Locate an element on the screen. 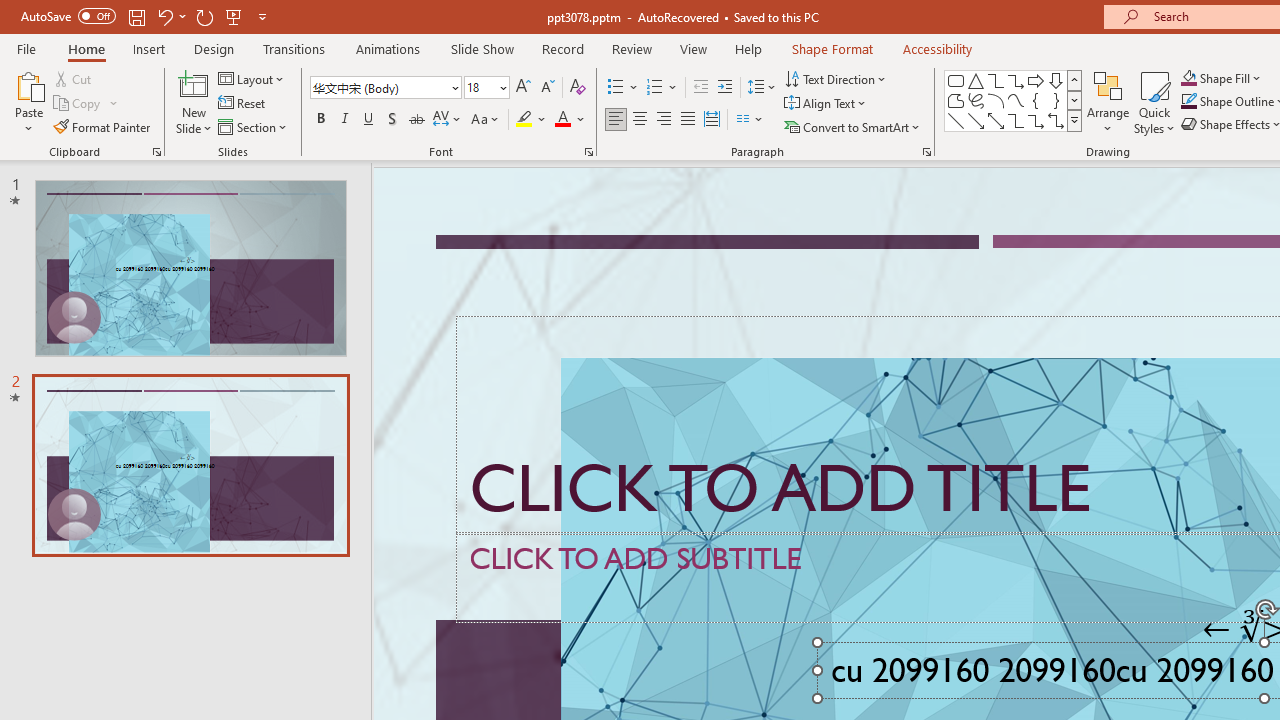 This screenshot has height=720, width=1280. 'Connector: Elbow Double-Arrow' is located at coordinates (1055, 120).